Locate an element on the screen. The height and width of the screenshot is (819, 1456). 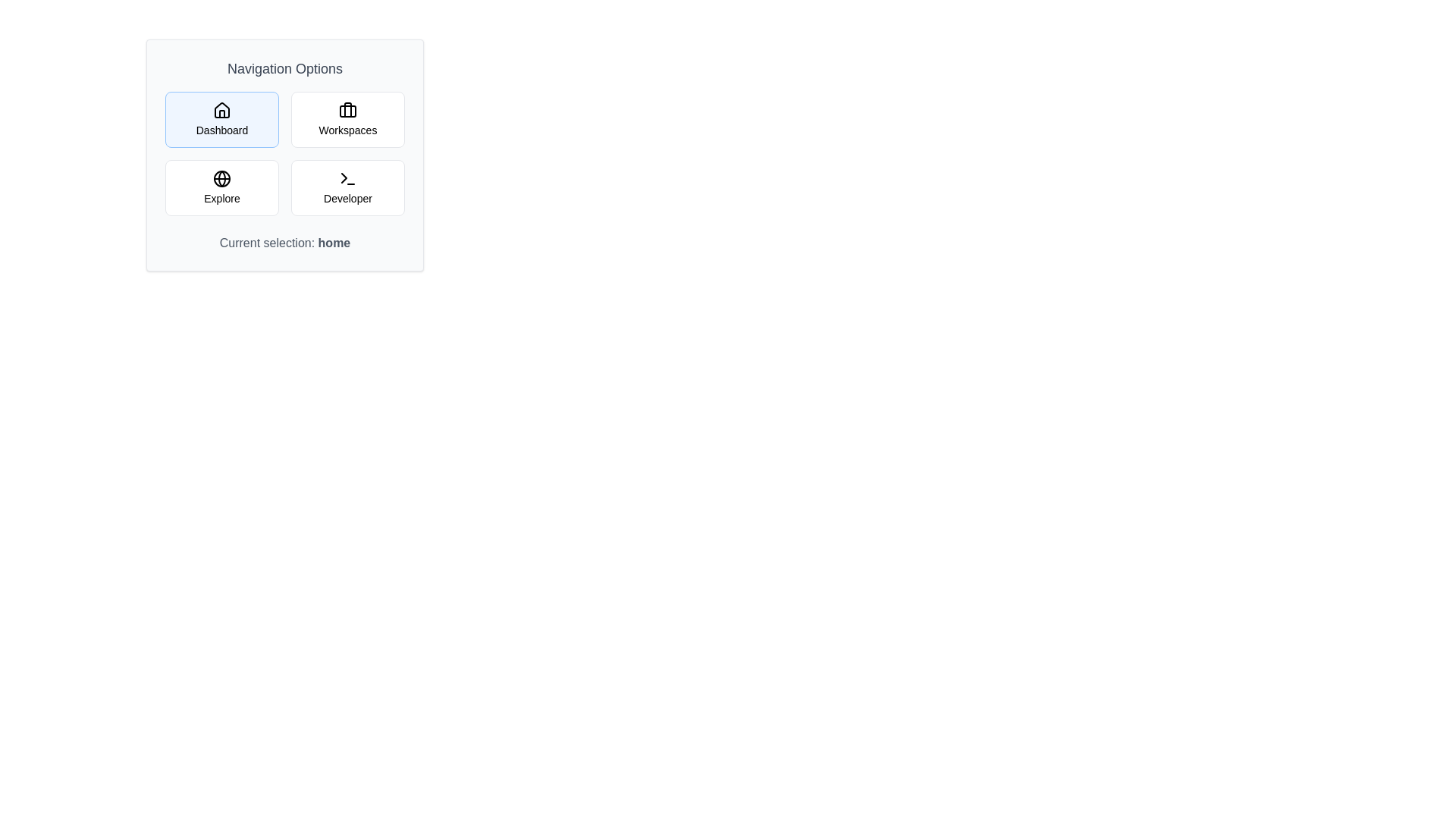
the Developer navigation option to select it is located at coordinates (347, 187).